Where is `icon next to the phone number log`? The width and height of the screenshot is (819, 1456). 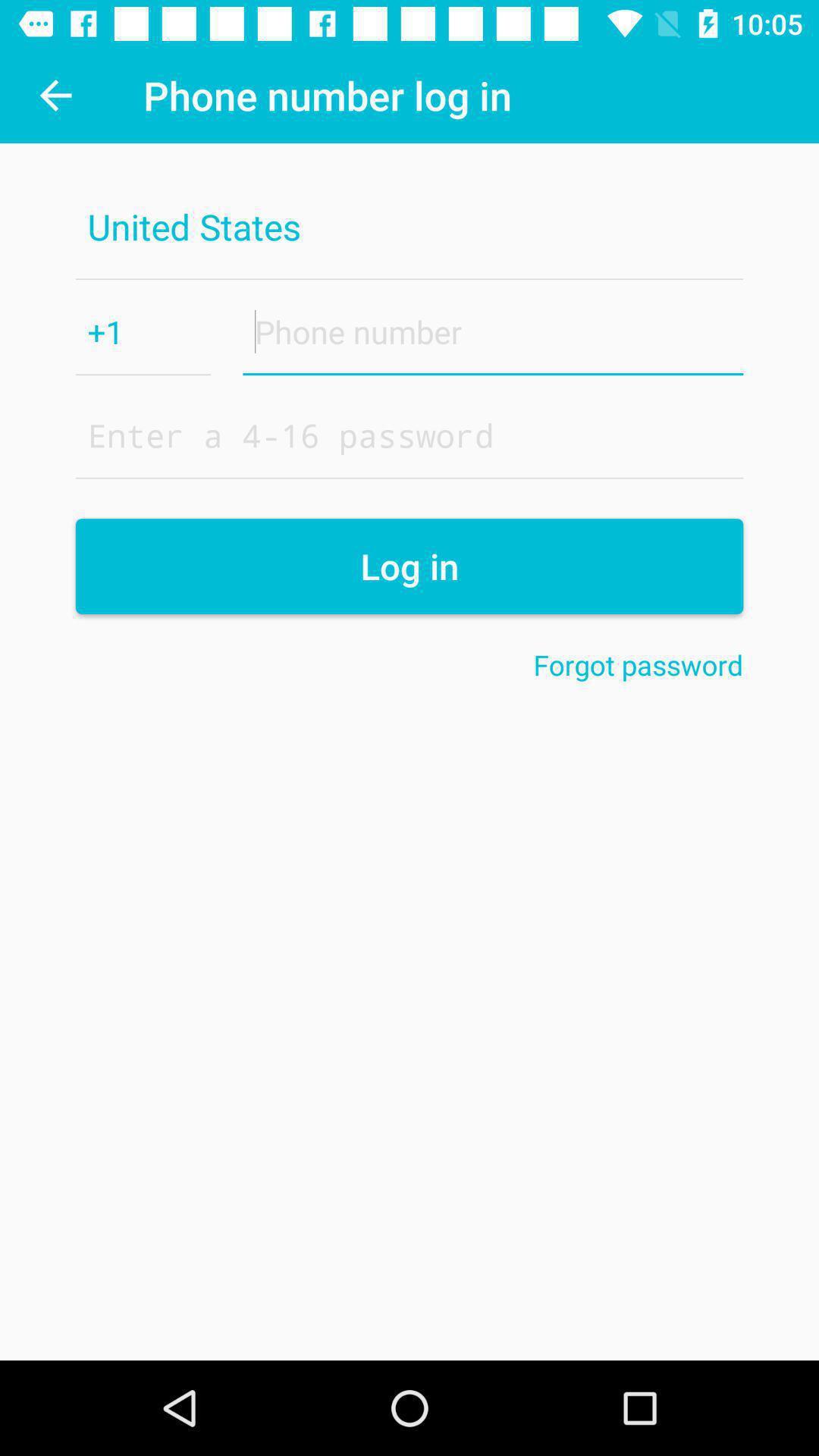 icon next to the phone number log is located at coordinates (55, 94).